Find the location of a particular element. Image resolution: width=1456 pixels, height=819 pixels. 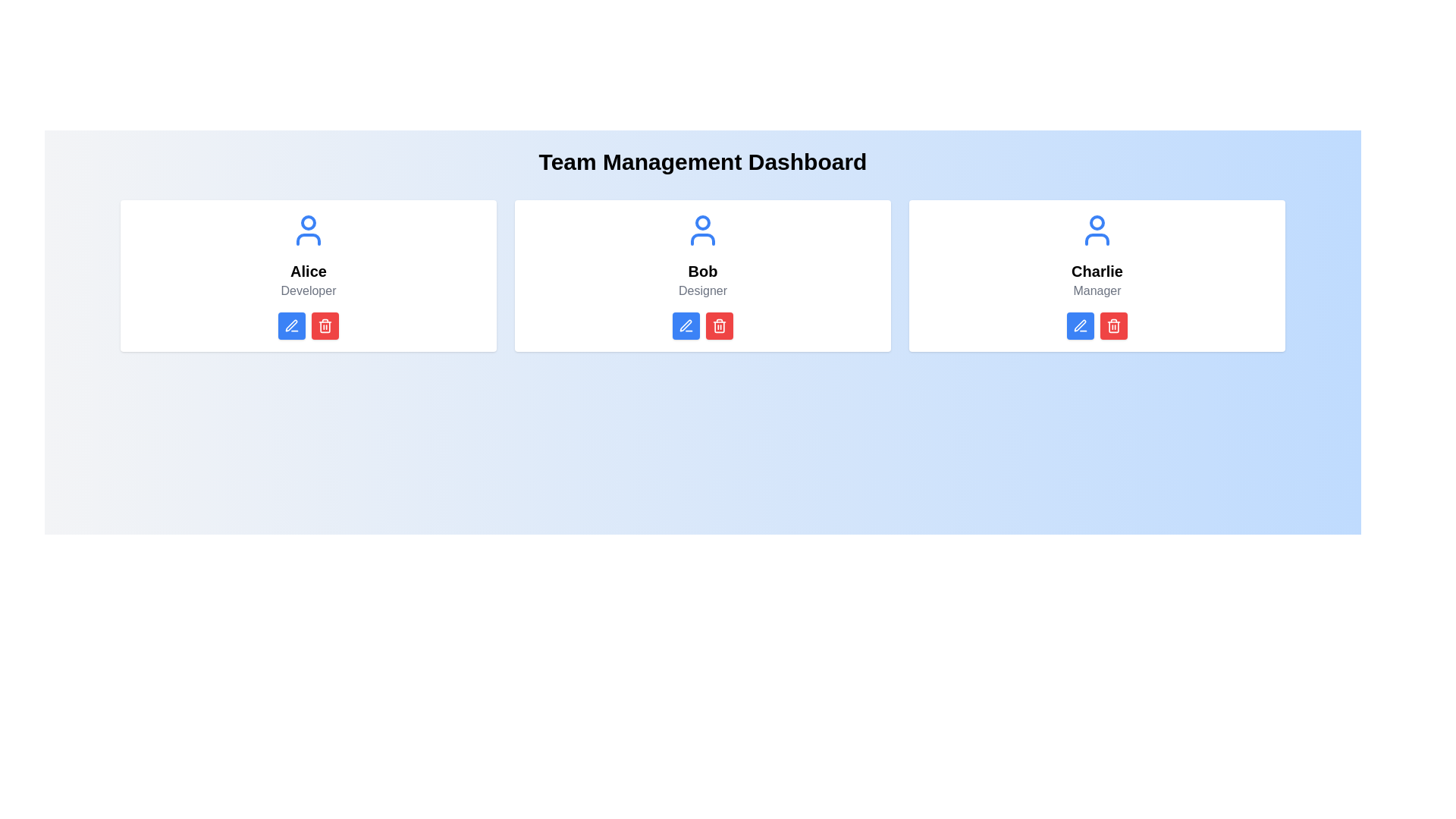

the pen-shaped icon button representing the edit action for Charlie, located below the text 'Charlie - Manager' is located at coordinates (1079, 325).